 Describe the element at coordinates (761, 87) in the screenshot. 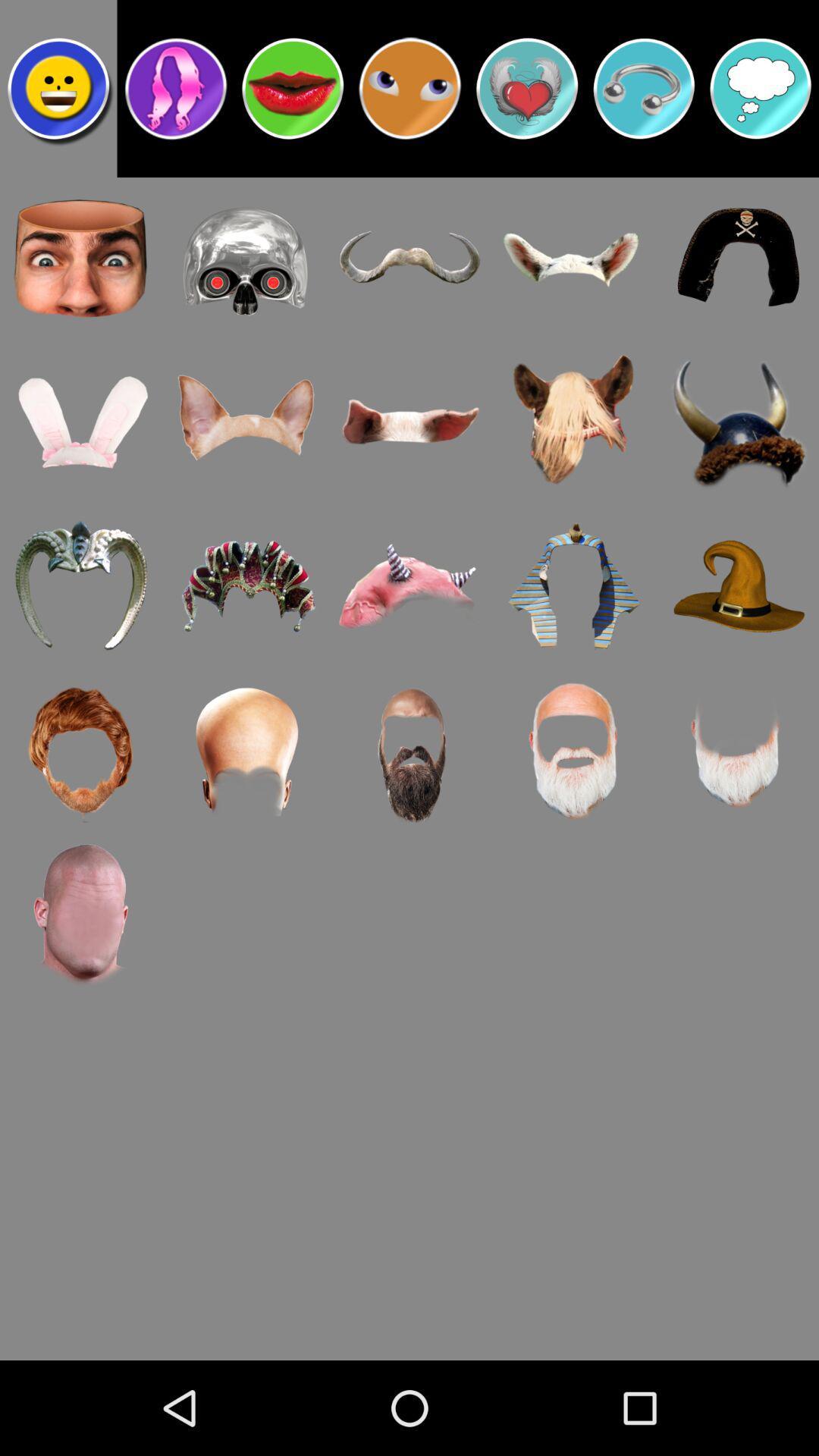

I see `show thought bubble pictures` at that location.